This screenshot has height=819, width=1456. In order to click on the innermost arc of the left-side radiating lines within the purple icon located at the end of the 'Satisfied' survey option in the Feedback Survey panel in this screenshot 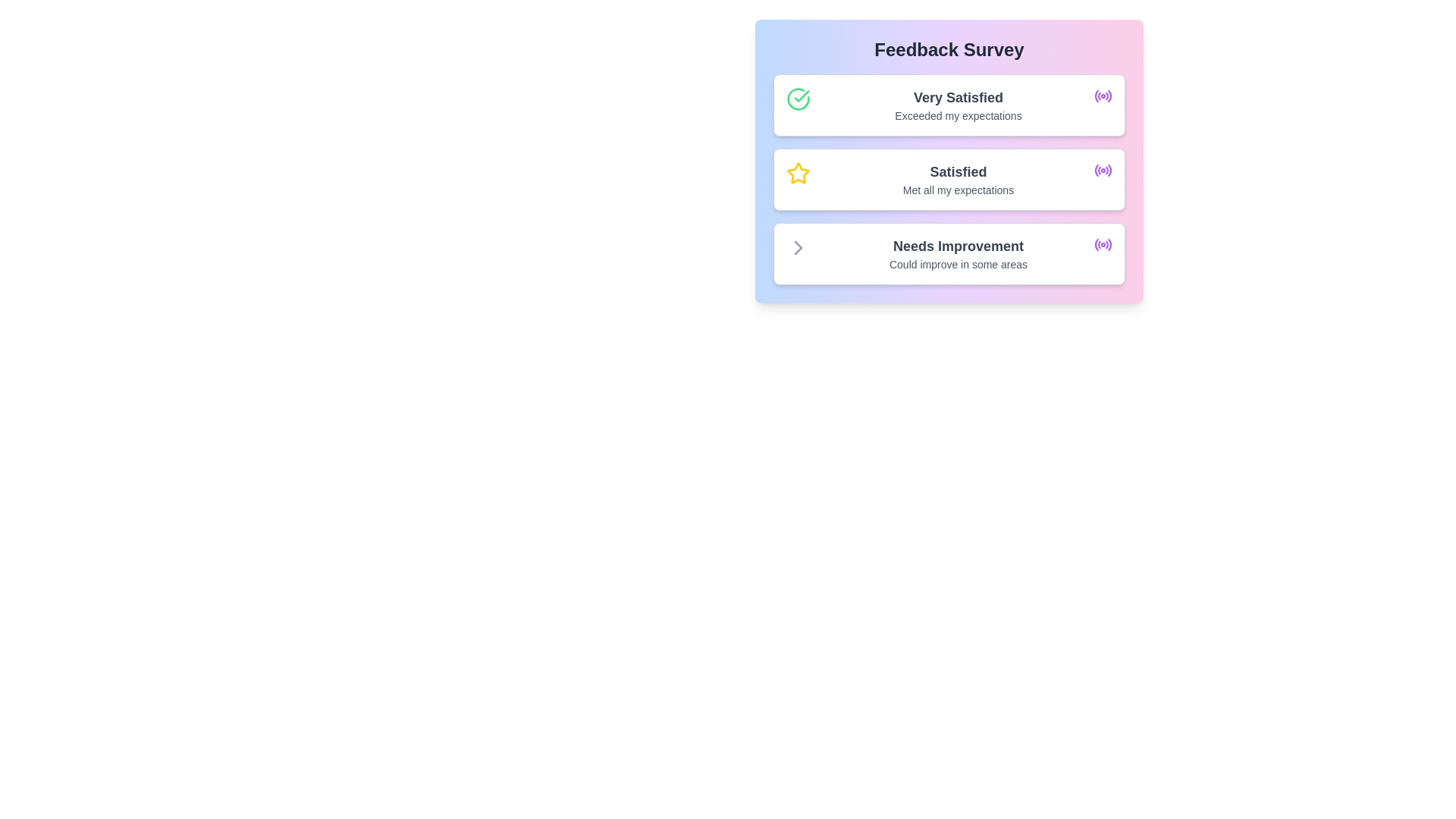, I will do `click(1097, 170)`.